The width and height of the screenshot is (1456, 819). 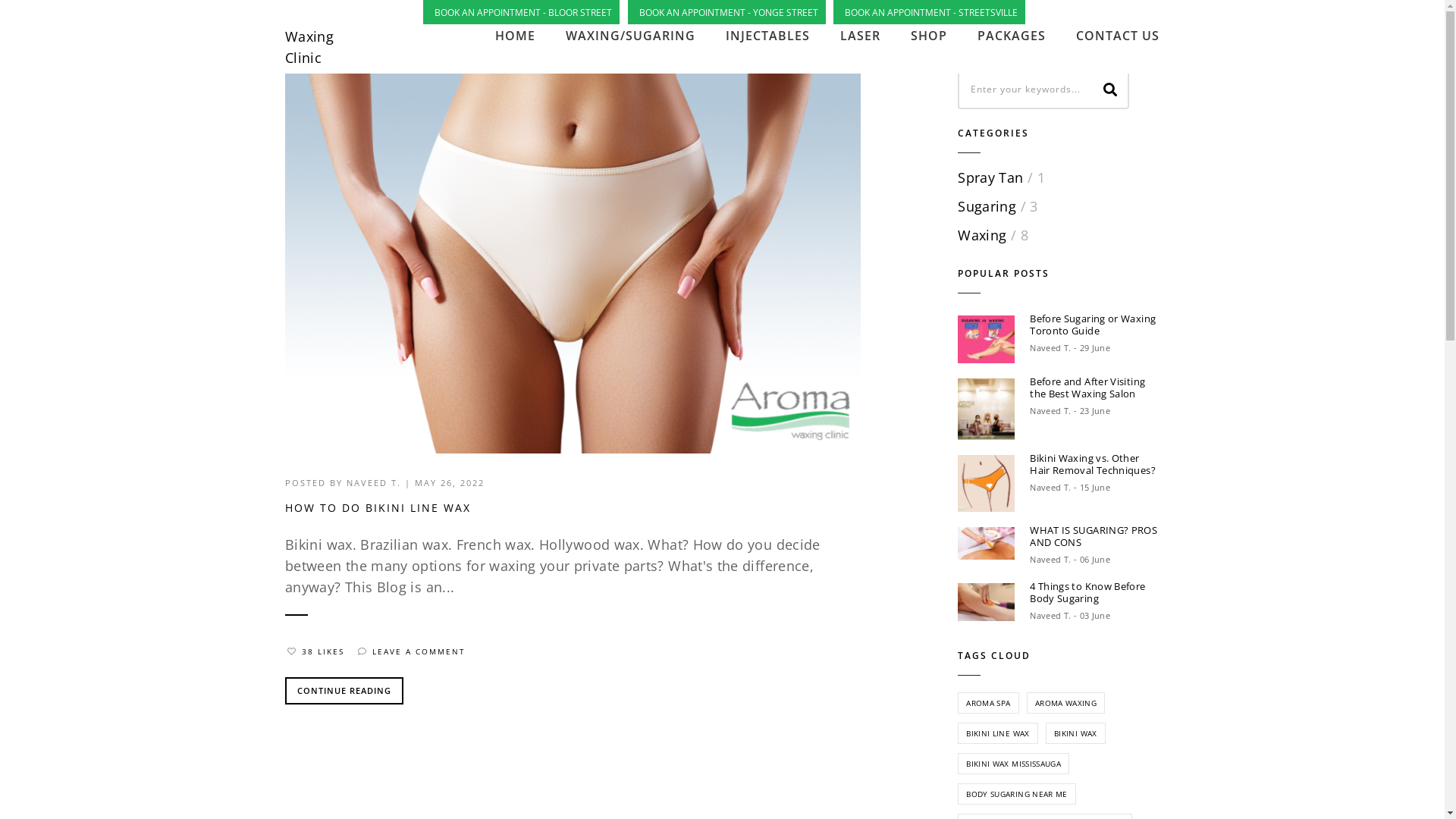 I want to click on 'WHAT IS SUGARING? PROS AND CONS', so click(x=1094, y=535).